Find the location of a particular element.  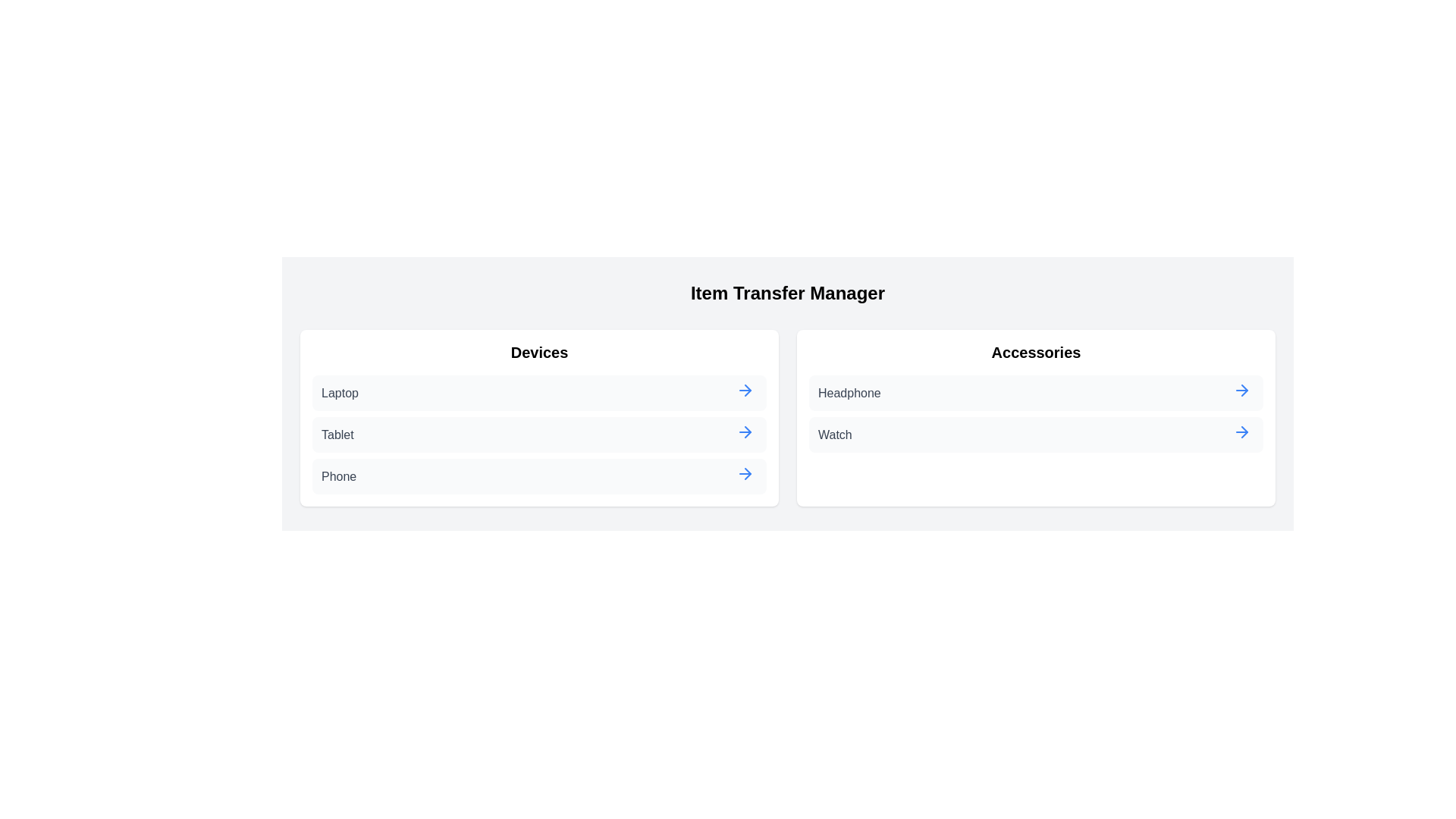

arrow button next to the item Tablet in the category Devices to transfer it to the other category is located at coordinates (745, 432).